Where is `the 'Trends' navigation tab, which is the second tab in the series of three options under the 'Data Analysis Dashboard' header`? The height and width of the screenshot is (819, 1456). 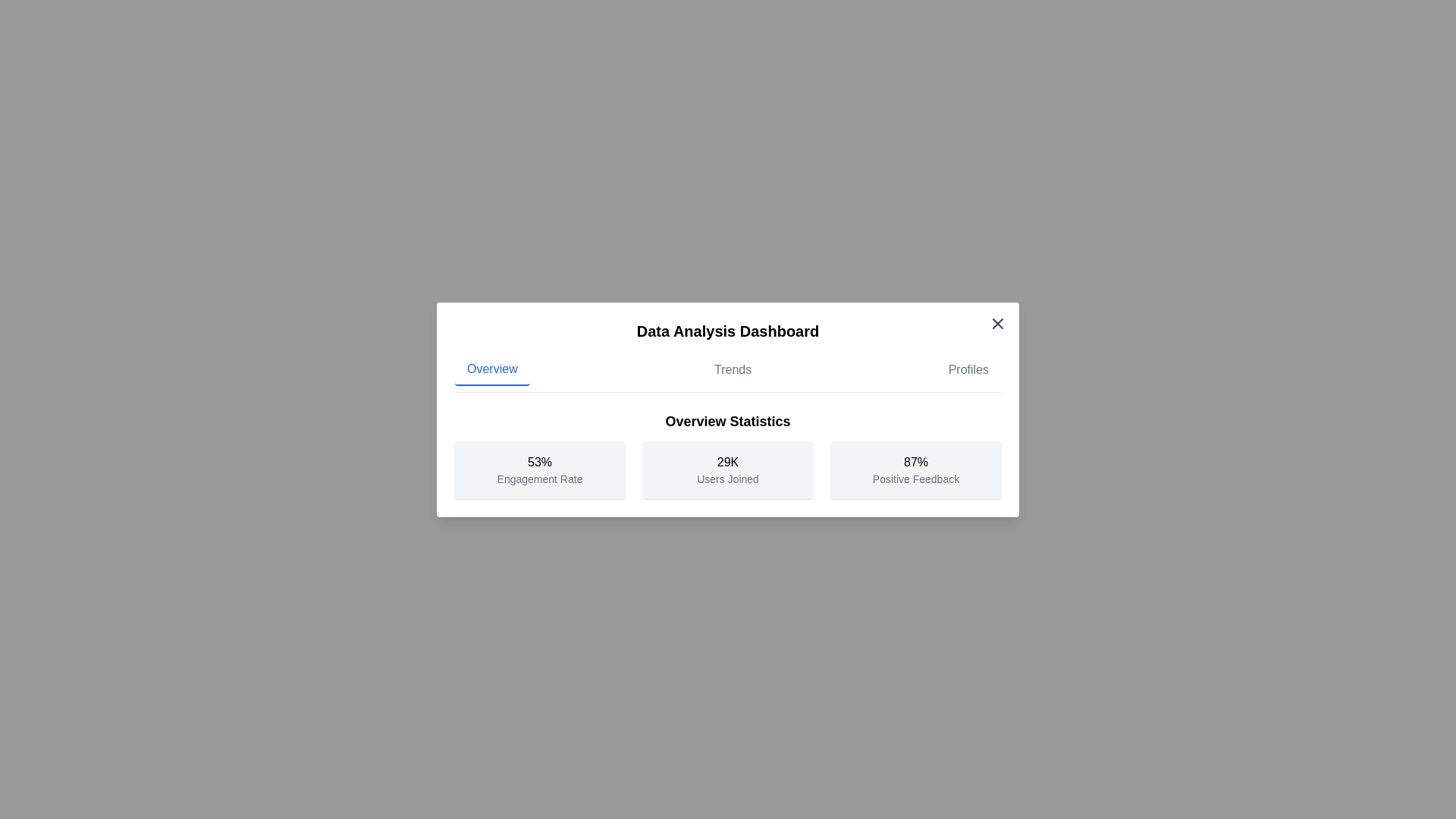 the 'Trends' navigation tab, which is the second tab in the series of three options under the 'Data Analysis Dashboard' header is located at coordinates (733, 369).